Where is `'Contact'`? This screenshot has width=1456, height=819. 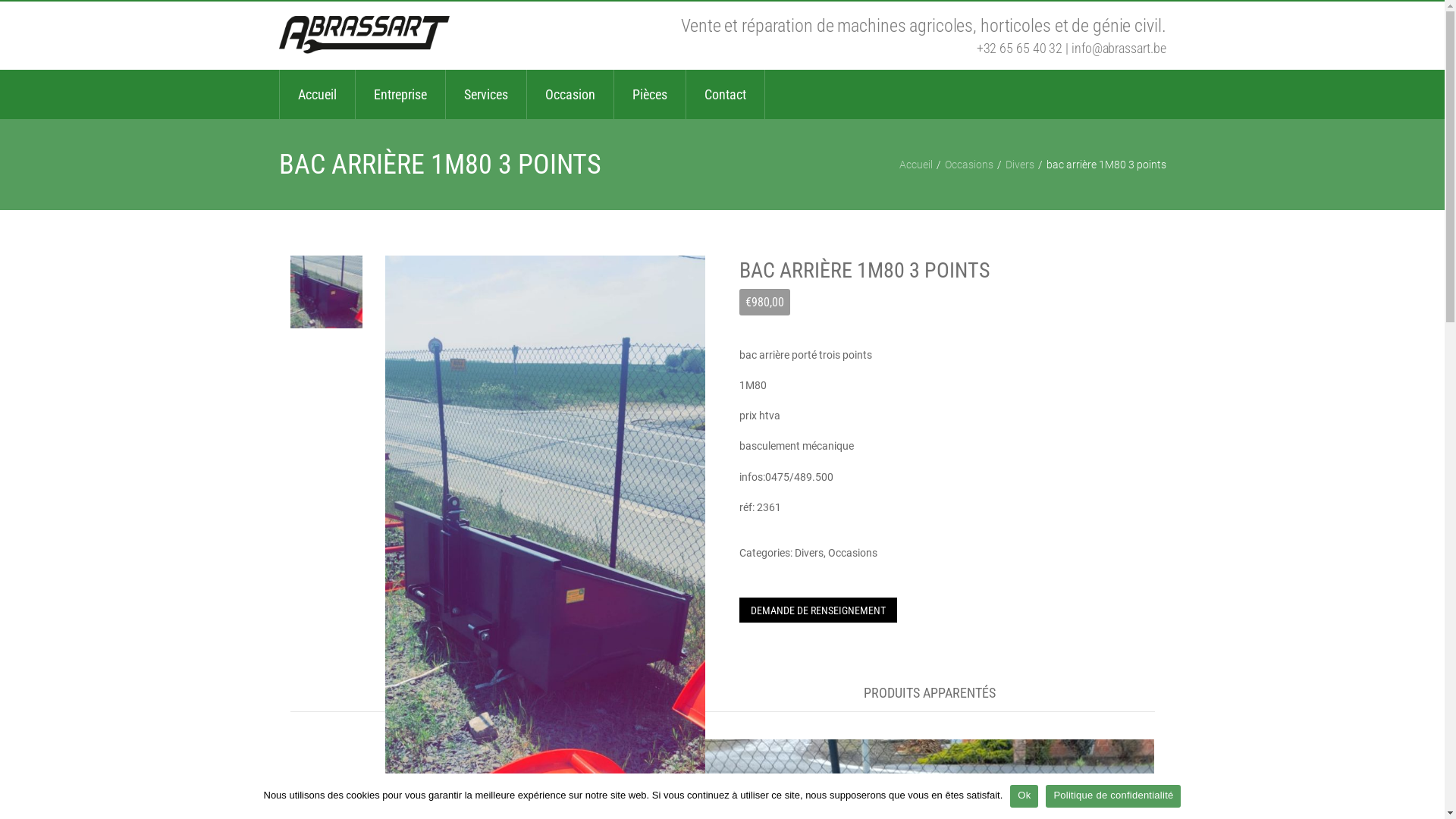
'Contact' is located at coordinates (723, 94).